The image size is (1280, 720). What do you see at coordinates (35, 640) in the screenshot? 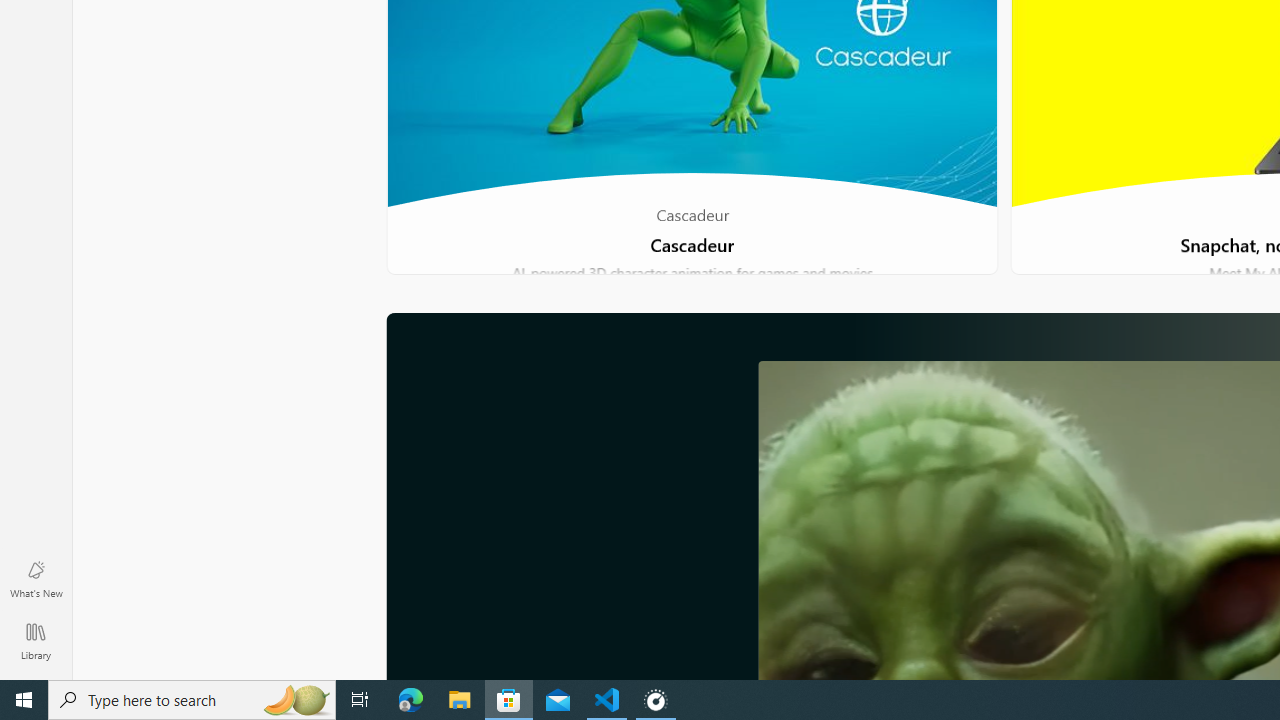
I see `'Library'` at bounding box center [35, 640].